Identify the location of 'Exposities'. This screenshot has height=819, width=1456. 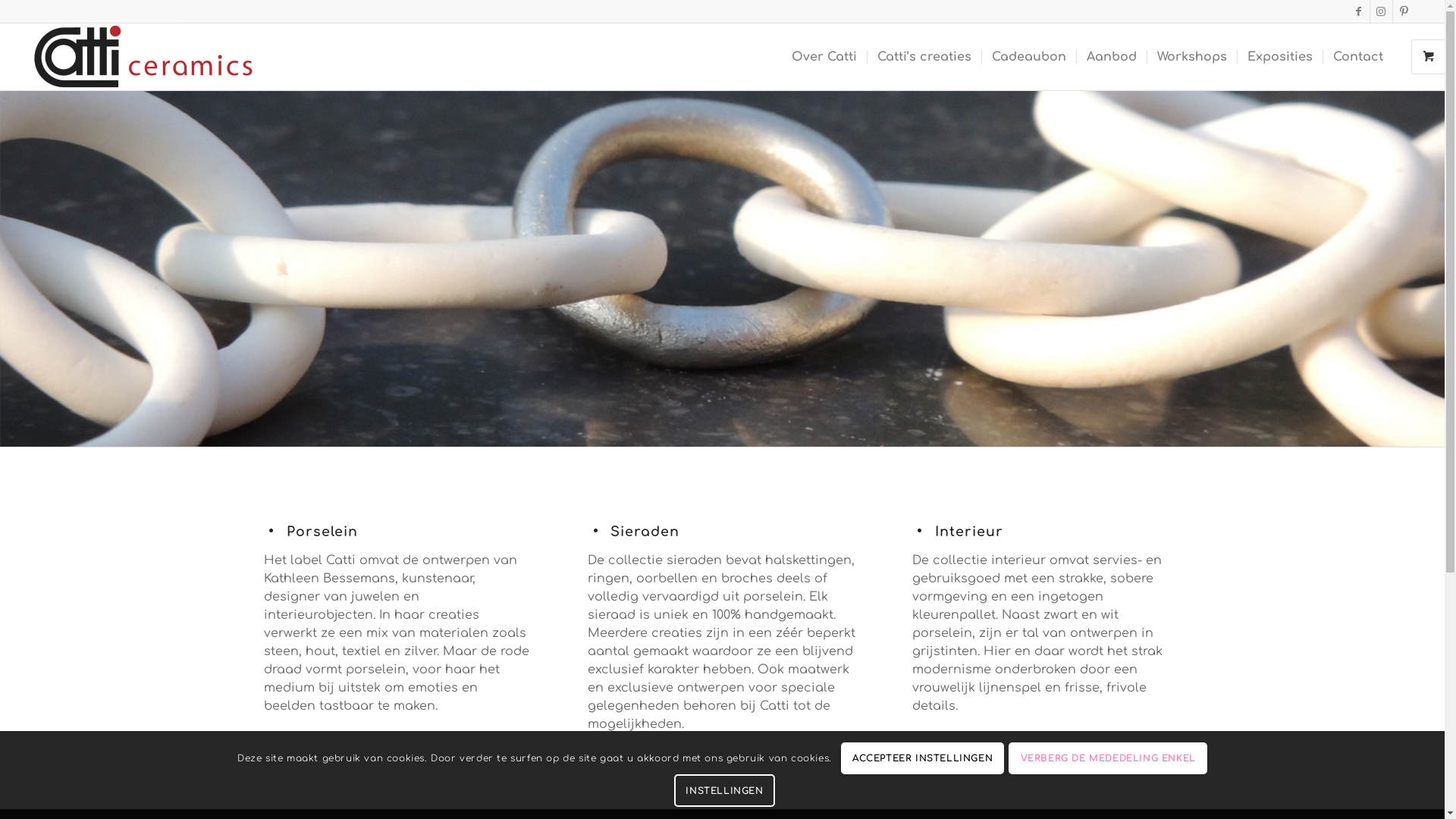
(1279, 55).